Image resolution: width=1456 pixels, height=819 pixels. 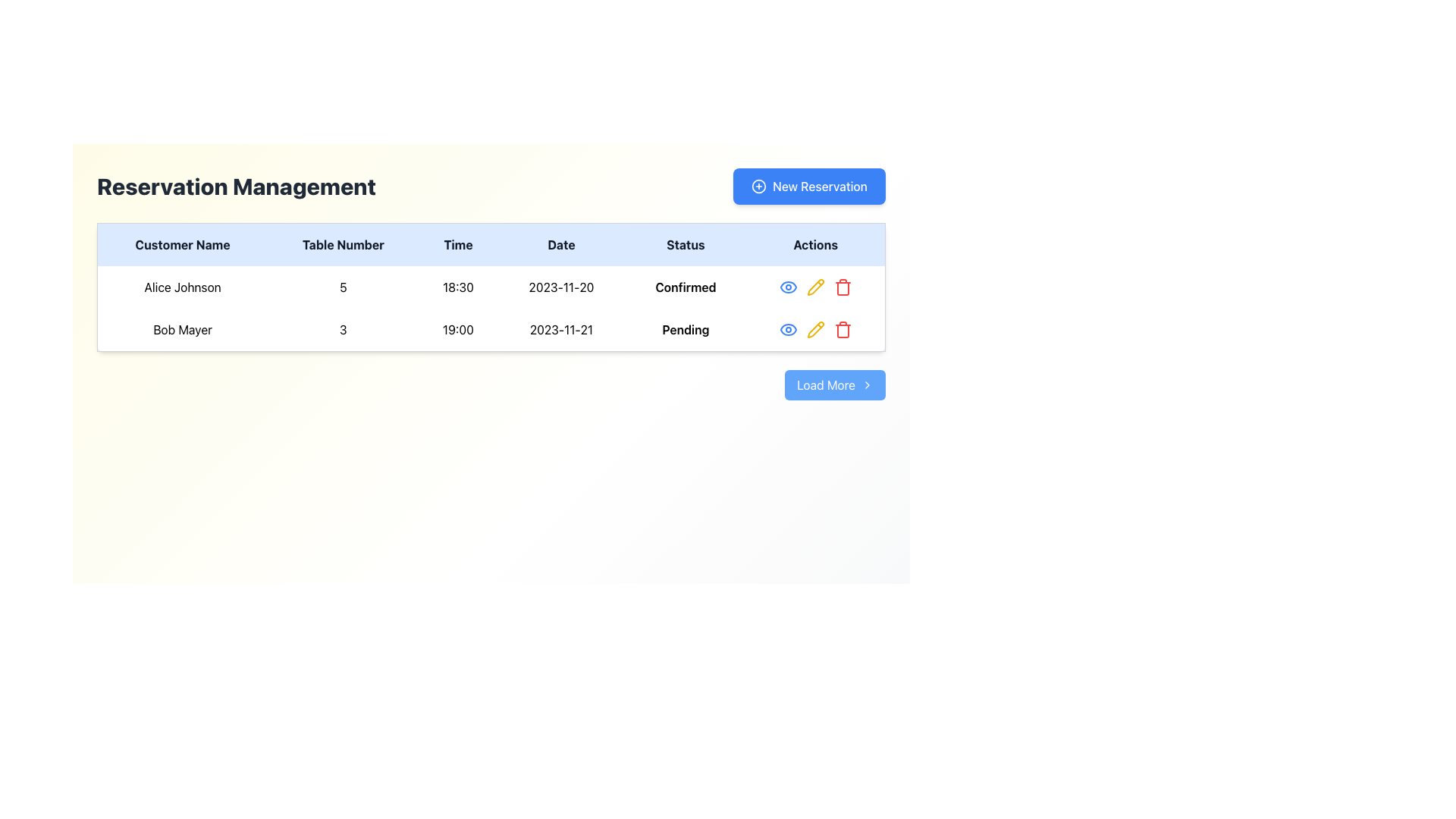 What do you see at coordinates (842, 287) in the screenshot?
I see `the deletion button located at the right end of the reservation table, which is the last icon in the horizontal action icons group` at bounding box center [842, 287].